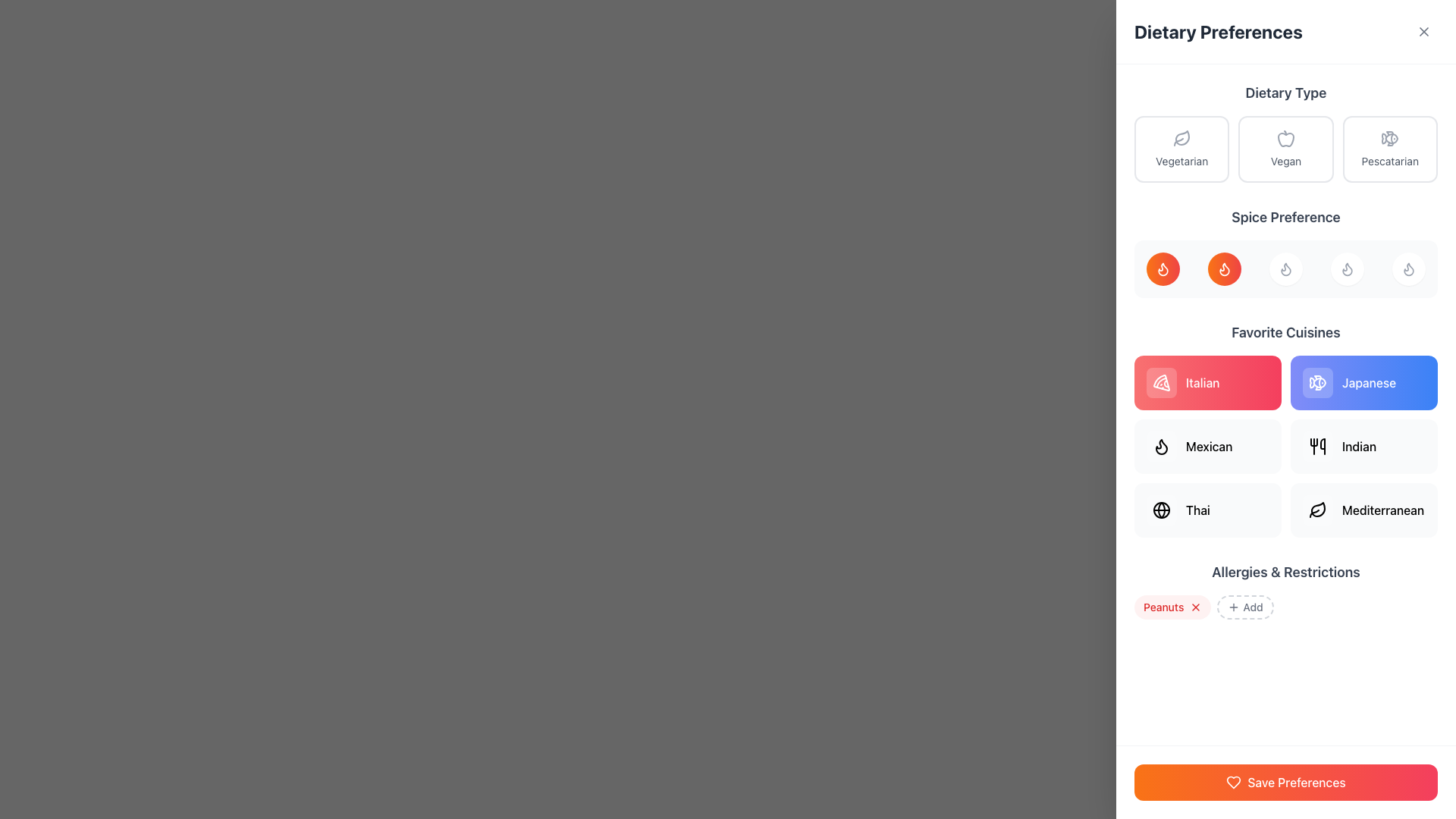 The width and height of the screenshot is (1456, 819). Describe the element at coordinates (1423, 32) in the screenshot. I see `the close button located at the top-right corner of the 'Dietary Preferences' panel` at that location.